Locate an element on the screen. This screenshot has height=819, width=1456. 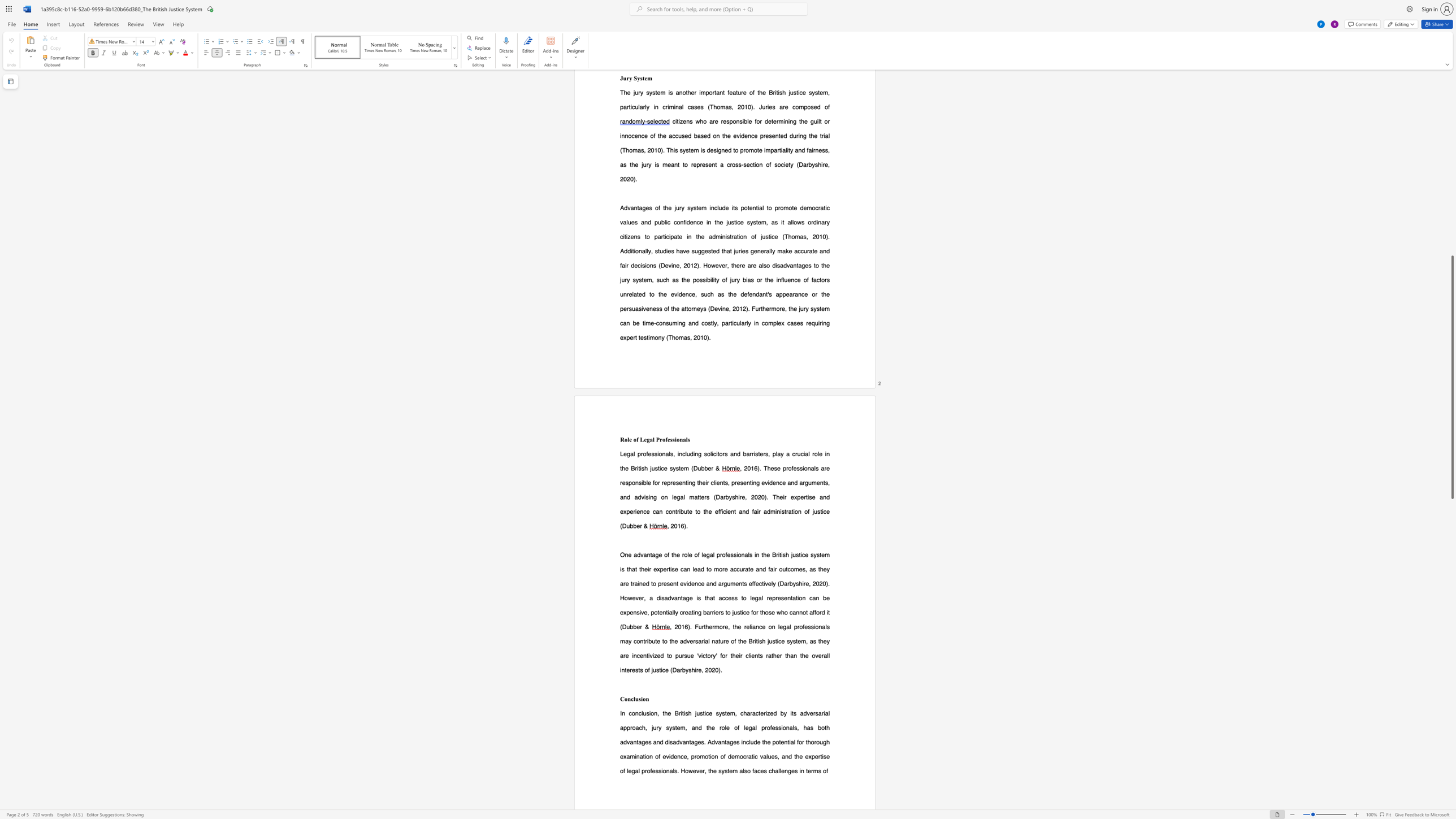
the subset text "rs (Dar" within the text "their clients, presenting evidence and arguments, and advising on legal matters (Darbyshire," is located at coordinates (704, 496).